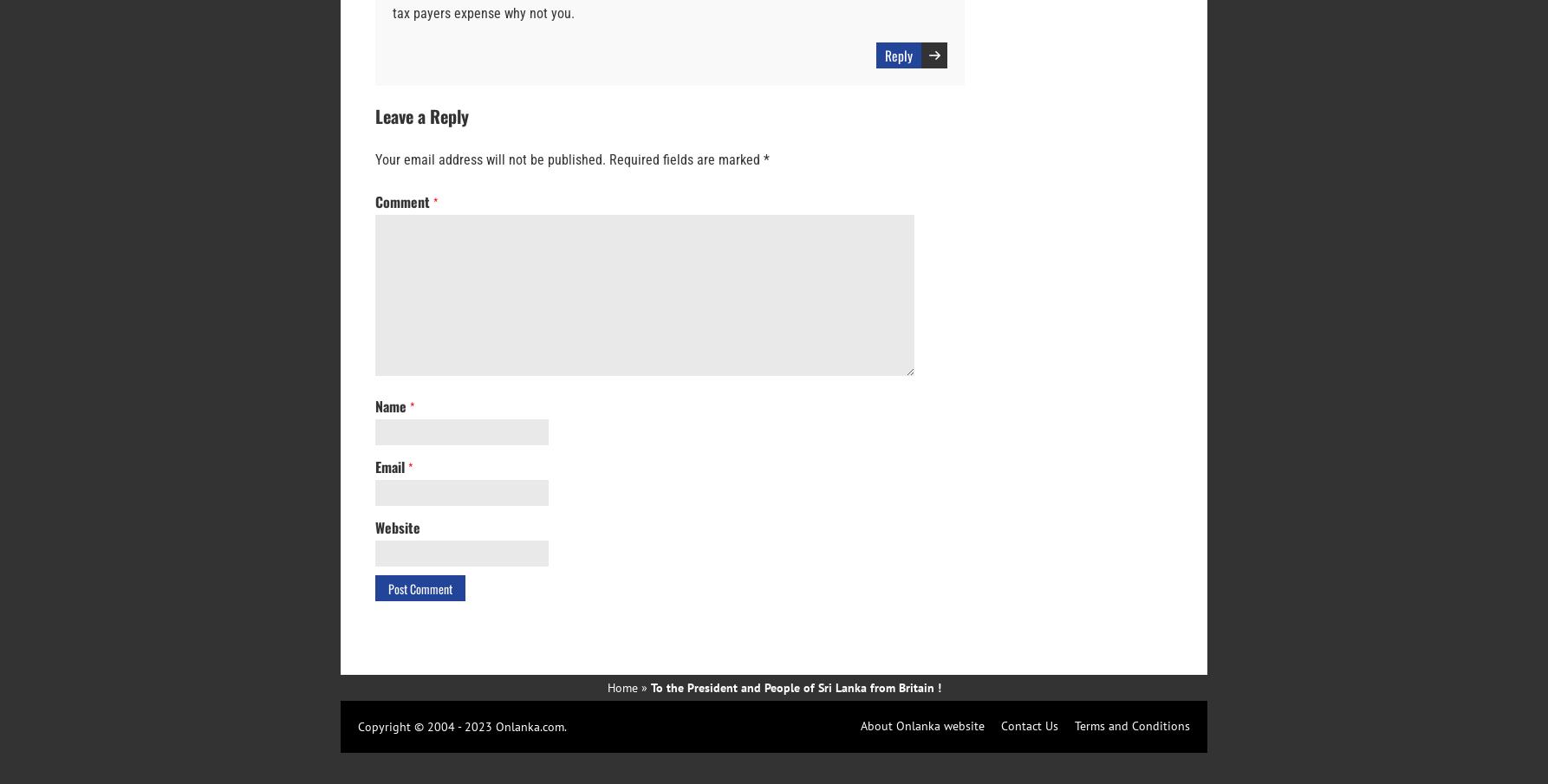  I want to click on 'Leave a Reply', so click(421, 115).